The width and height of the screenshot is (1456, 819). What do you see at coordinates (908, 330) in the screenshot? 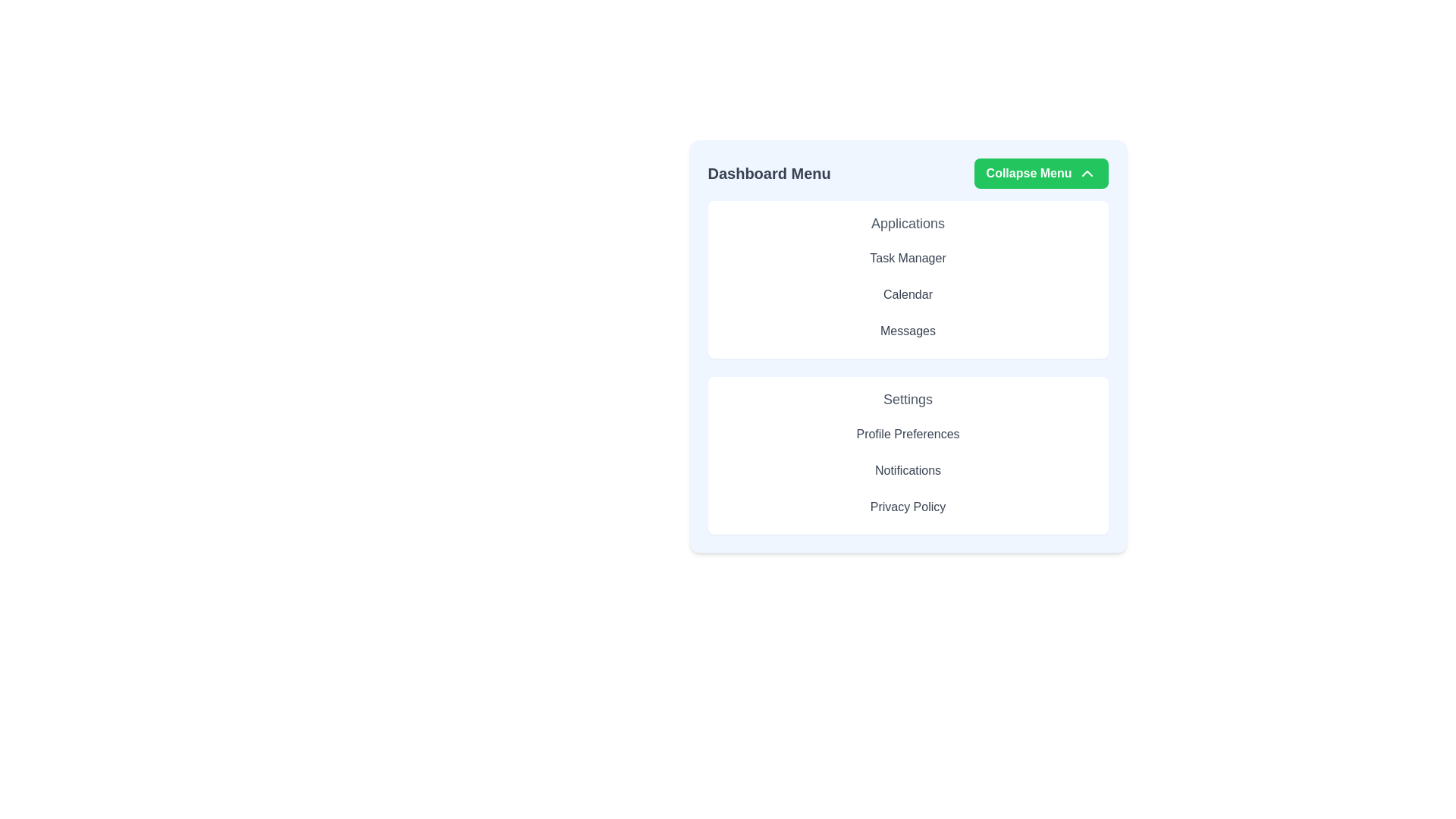
I see `the 'Messages' text label, which is styled with a modern web aesthetic and located within a white card interface` at bounding box center [908, 330].